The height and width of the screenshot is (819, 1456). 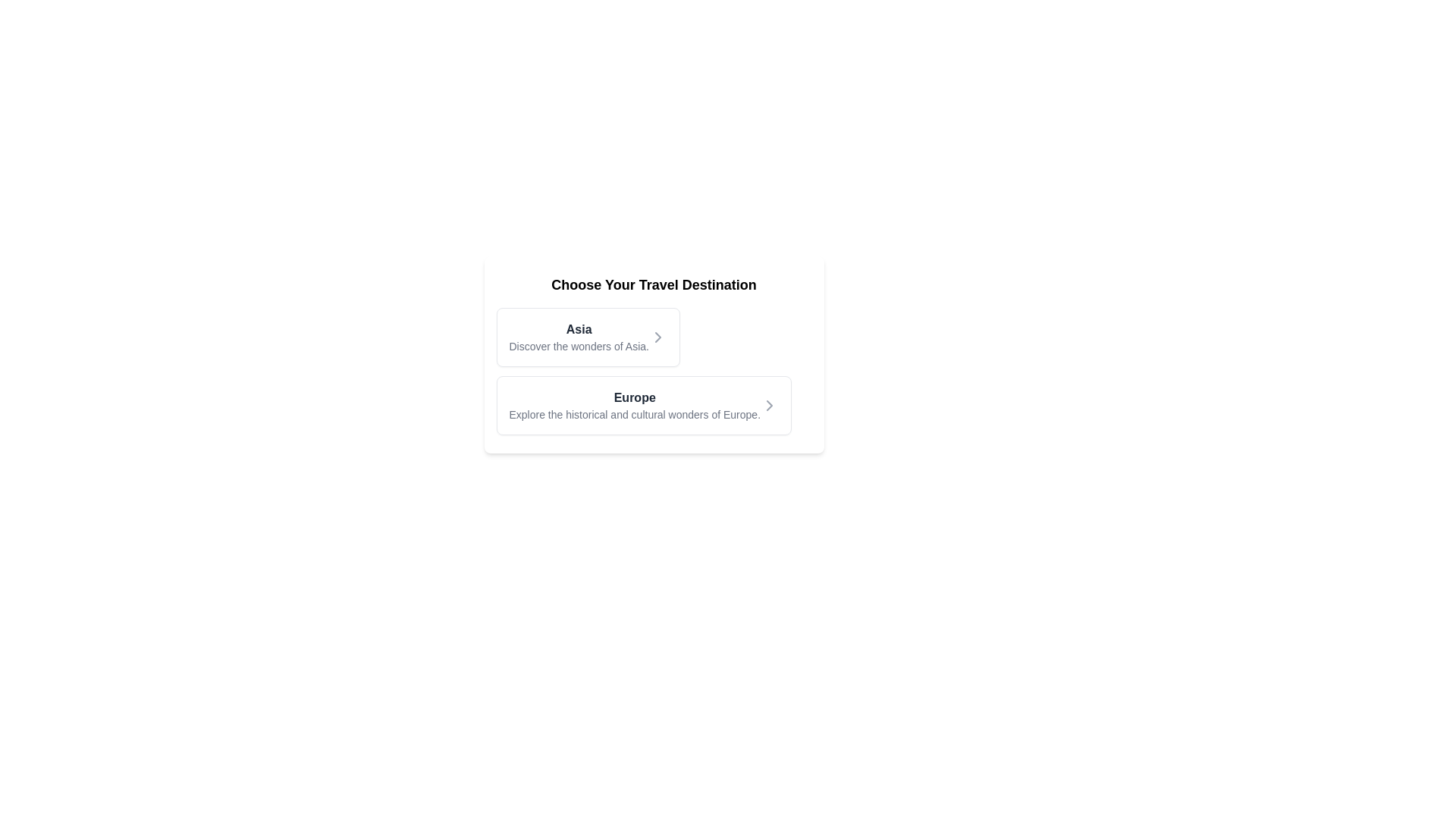 What do you see at coordinates (635, 397) in the screenshot?
I see `the Text label or heading for the 'Europe' section, which identifies the content below it, positioned under the 'Choose Your Travel Destination' heading` at bounding box center [635, 397].